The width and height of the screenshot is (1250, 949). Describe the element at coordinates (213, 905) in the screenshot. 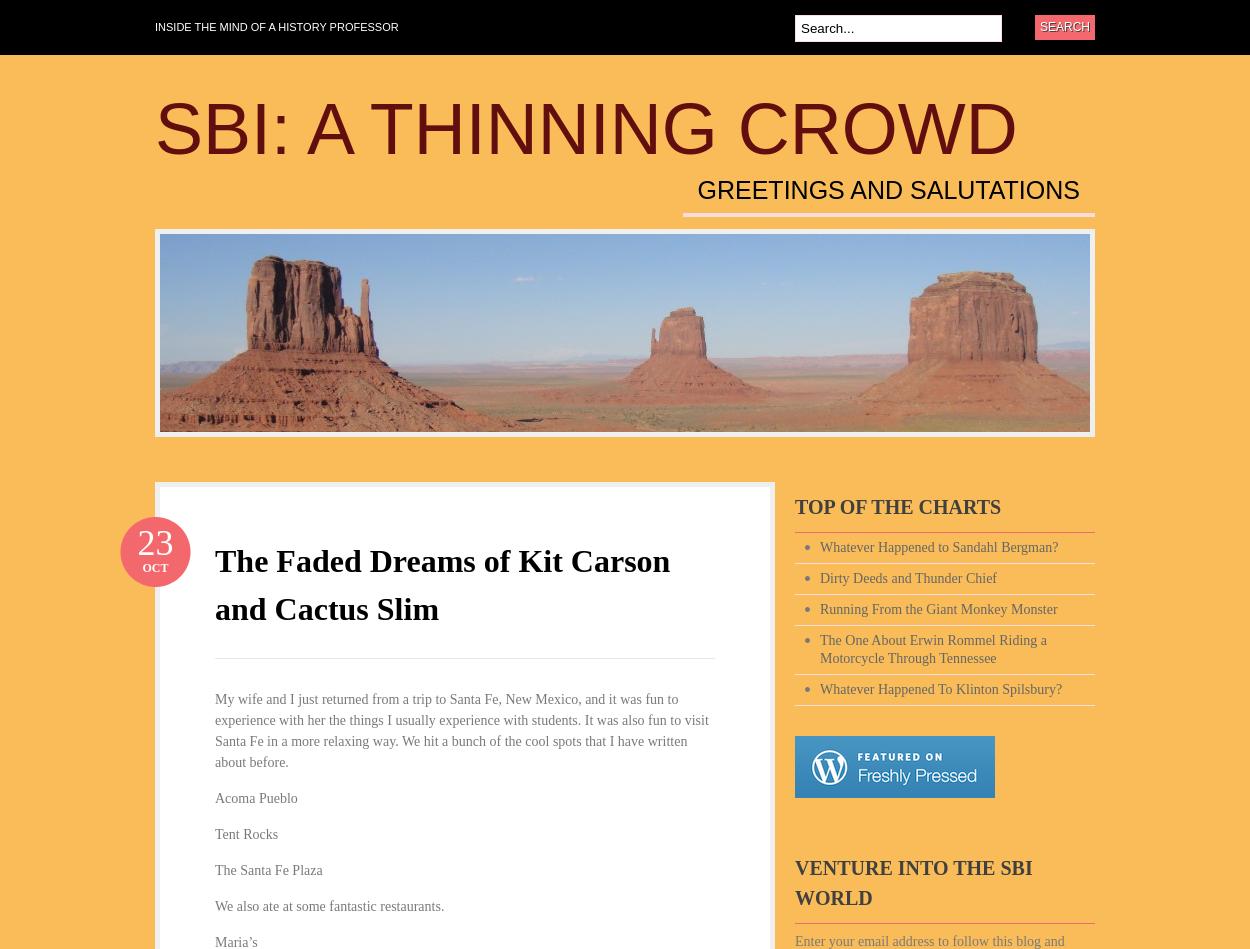

I see `'We also ate at some fantastic restaurants.'` at that location.